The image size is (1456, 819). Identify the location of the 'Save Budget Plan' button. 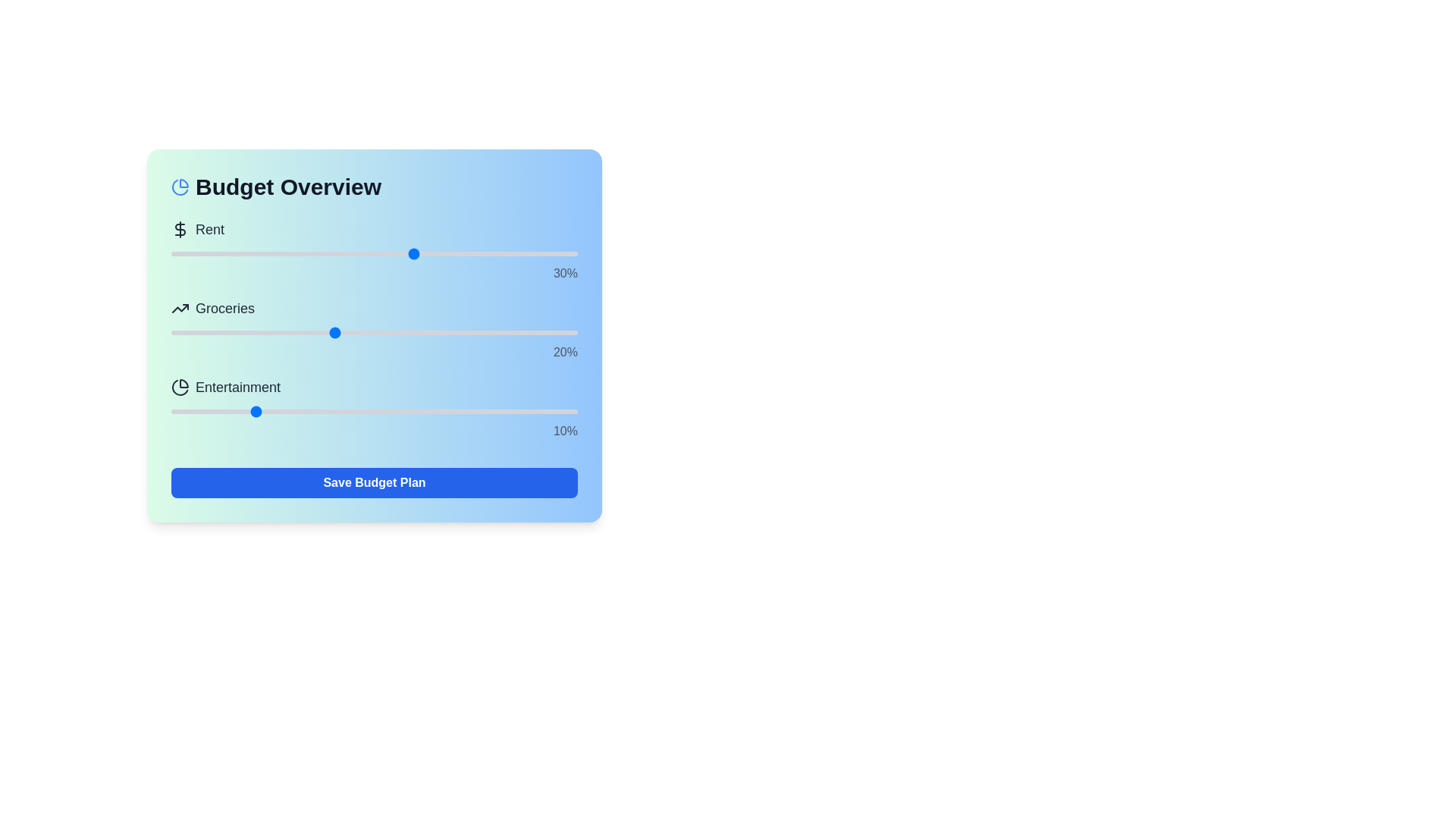
(375, 482).